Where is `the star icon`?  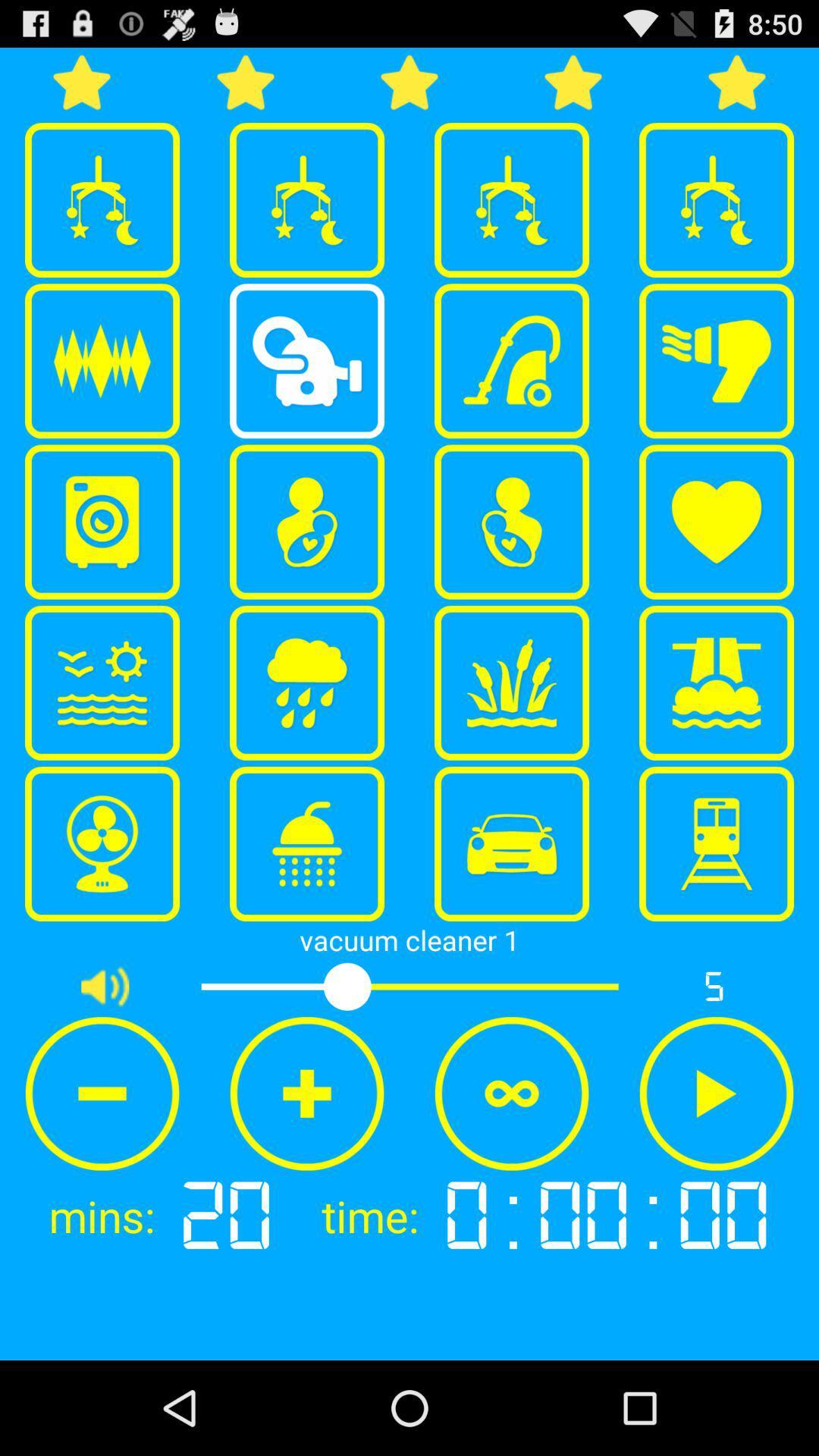 the star icon is located at coordinates (409, 87).